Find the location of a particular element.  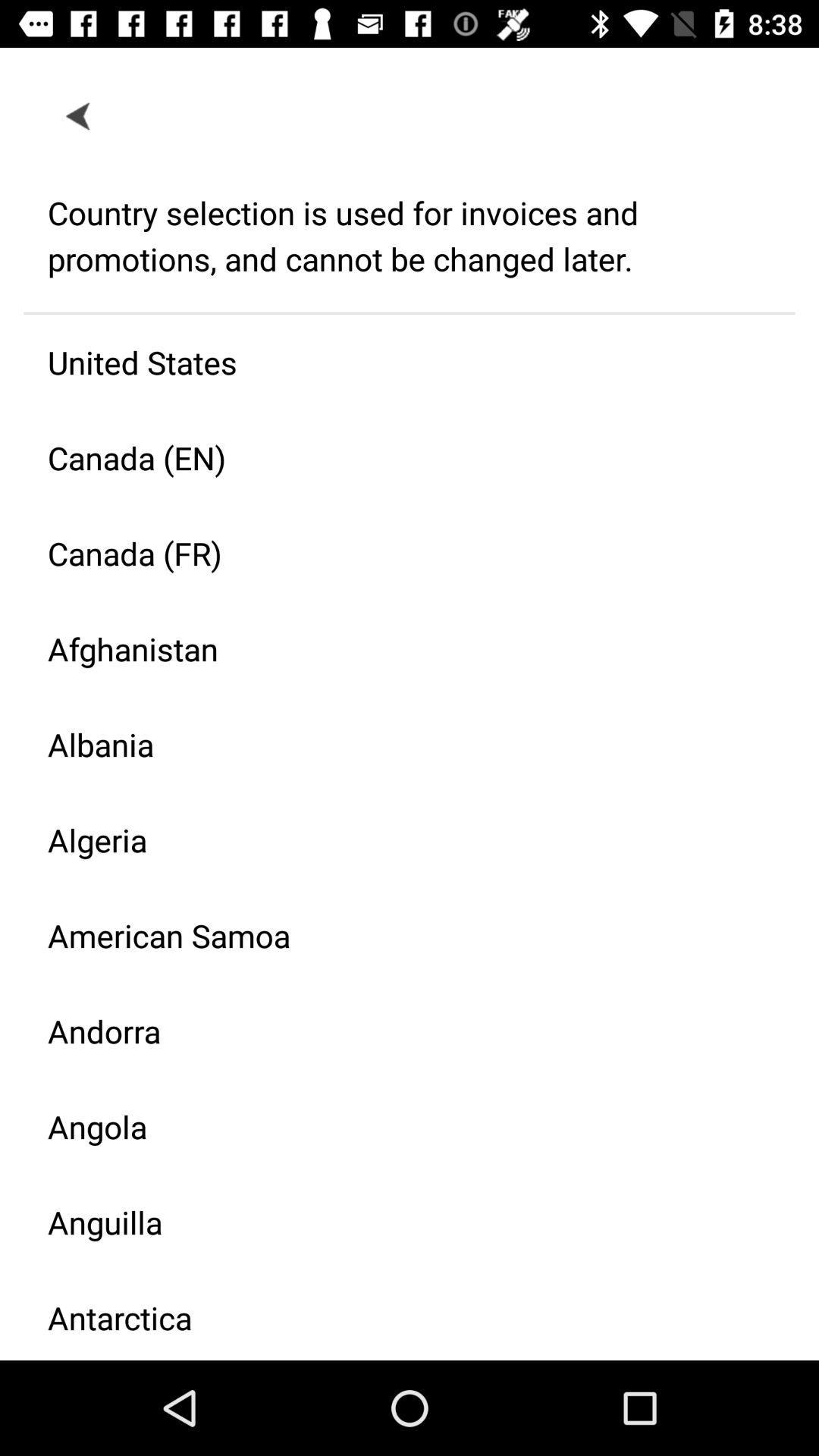

item above afghanistan icon is located at coordinates (397, 552).